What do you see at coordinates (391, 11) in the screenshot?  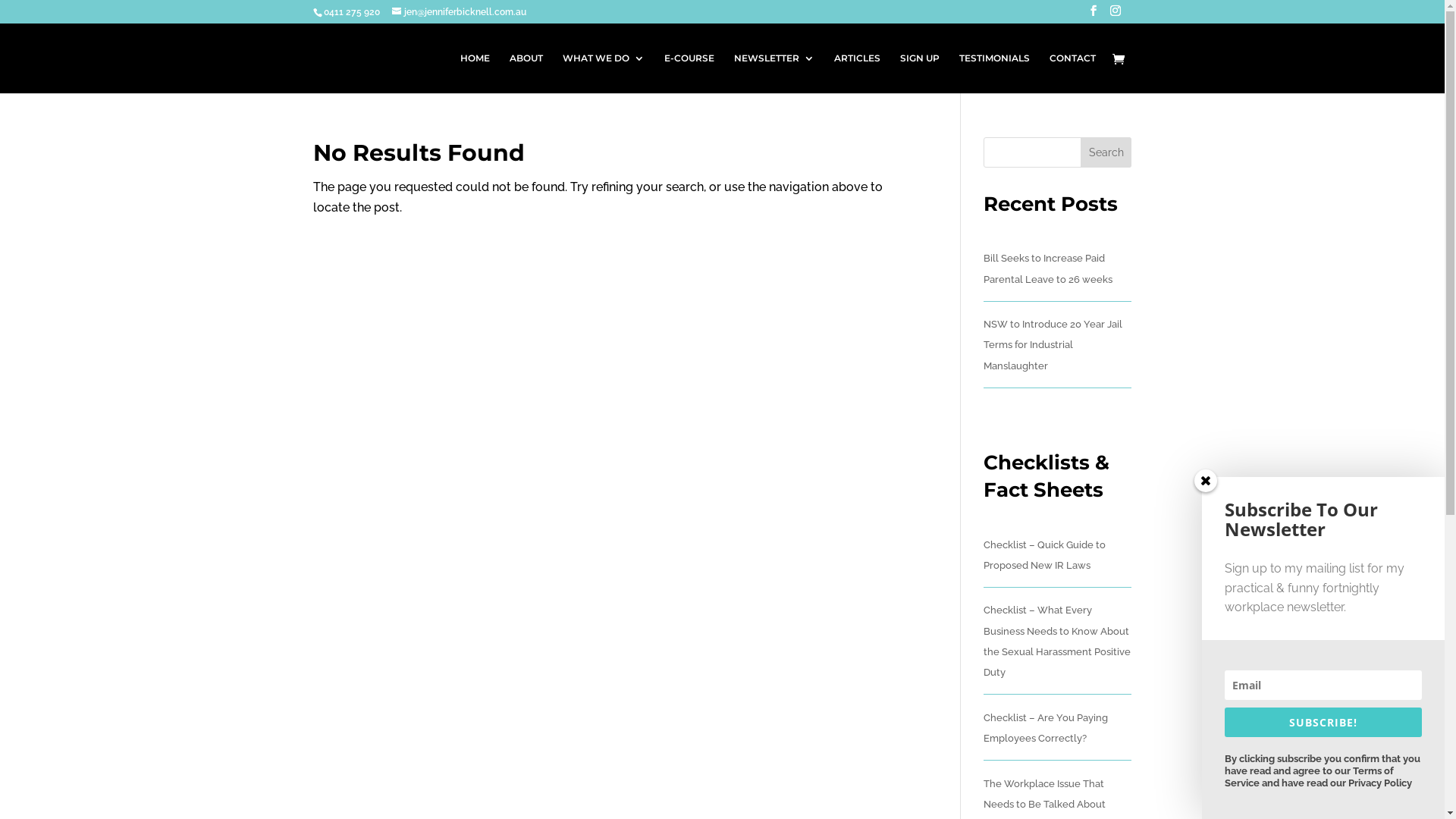 I see `'jen@jenniferbicknell.com.au'` at bounding box center [391, 11].